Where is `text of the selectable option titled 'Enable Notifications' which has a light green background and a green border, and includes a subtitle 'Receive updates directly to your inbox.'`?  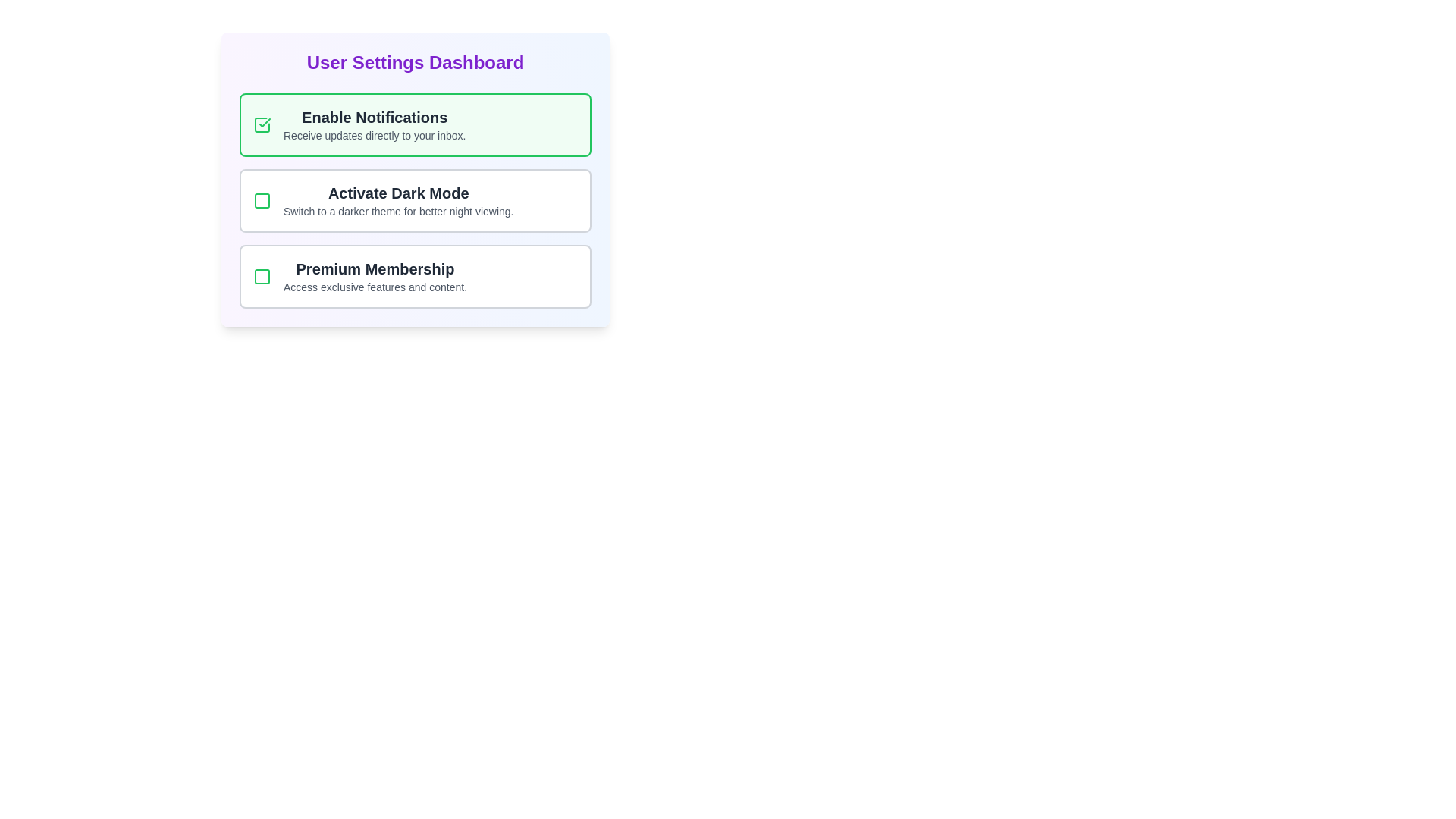 text of the selectable option titled 'Enable Notifications' which has a light green background and a green border, and includes a subtitle 'Receive updates directly to your inbox.' is located at coordinates (415, 124).